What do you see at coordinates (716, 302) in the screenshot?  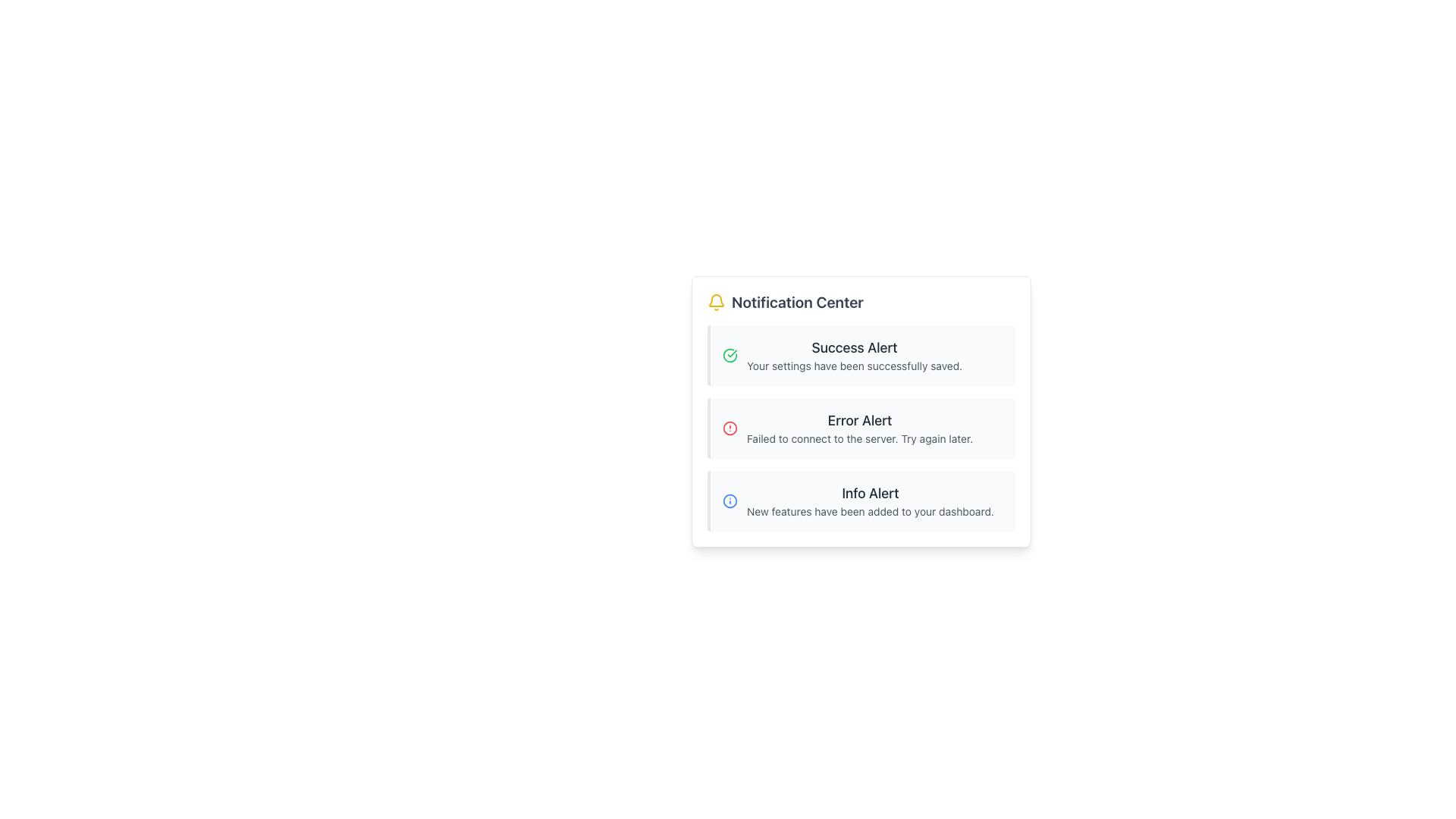 I see `the distinctive yellow bell-shaped icon located to the left of the 'Notification Center' text in the top section of the notification interface` at bounding box center [716, 302].